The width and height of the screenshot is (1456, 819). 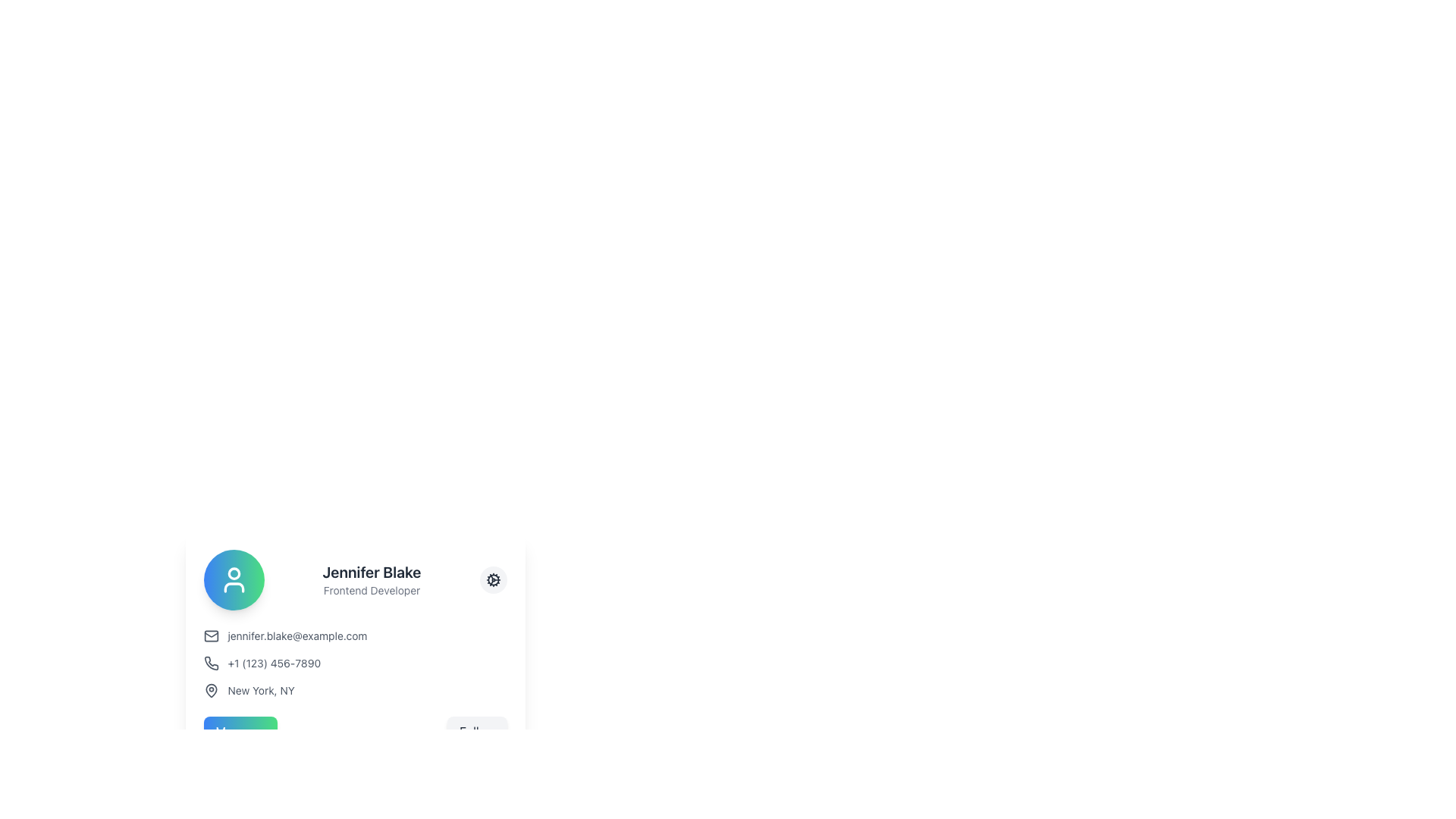 What do you see at coordinates (354, 663) in the screenshot?
I see `the phone number '+1 (123) 456-7890' to initiate a call` at bounding box center [354, 663].